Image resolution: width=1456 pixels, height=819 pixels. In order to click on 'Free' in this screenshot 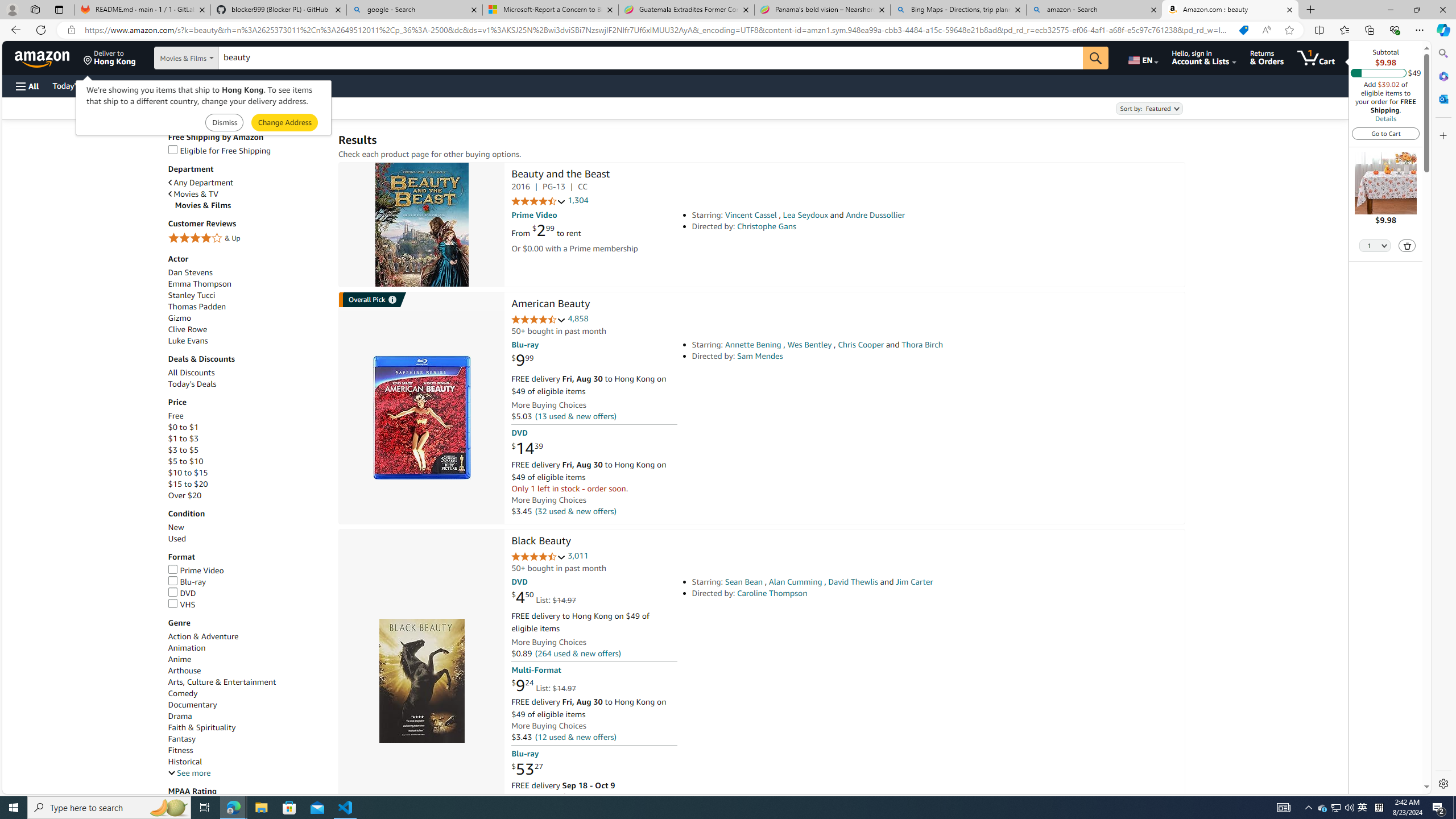, I will do `click(175, 416)`.